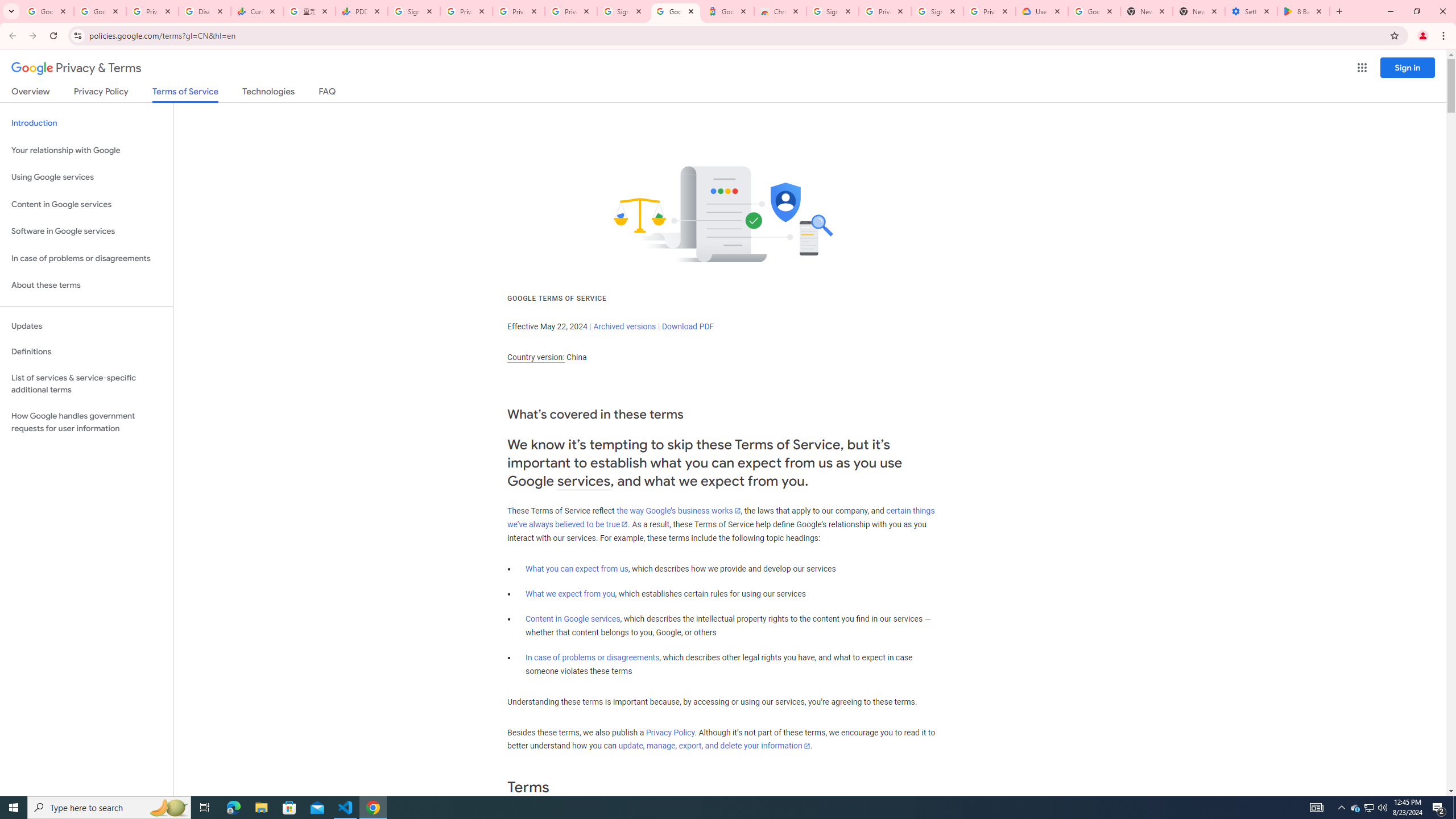 The width and height of the screenshot is (1456, 819). What do you see at coordinates (86, 383) in the screenshot?
I see `'List of services & service-specific additional terms'` at bounding box center [86, 383].